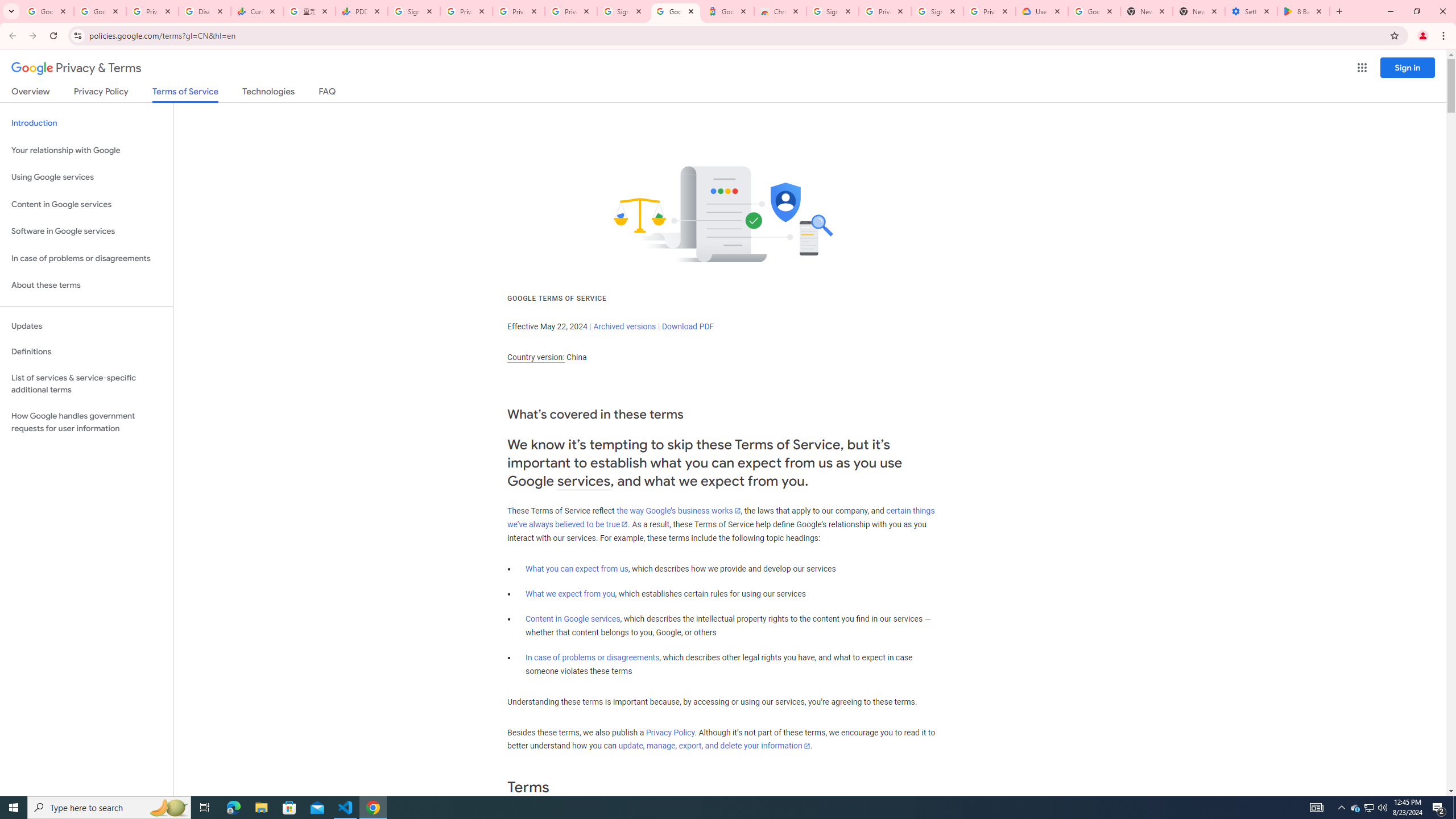 The width and height of the screenshot is (1456, 819). What do you see at coordinates (86, 383) in the screenshot?
I see `'List of services & service-specific additional terms'` at bounding box center [86, 383].